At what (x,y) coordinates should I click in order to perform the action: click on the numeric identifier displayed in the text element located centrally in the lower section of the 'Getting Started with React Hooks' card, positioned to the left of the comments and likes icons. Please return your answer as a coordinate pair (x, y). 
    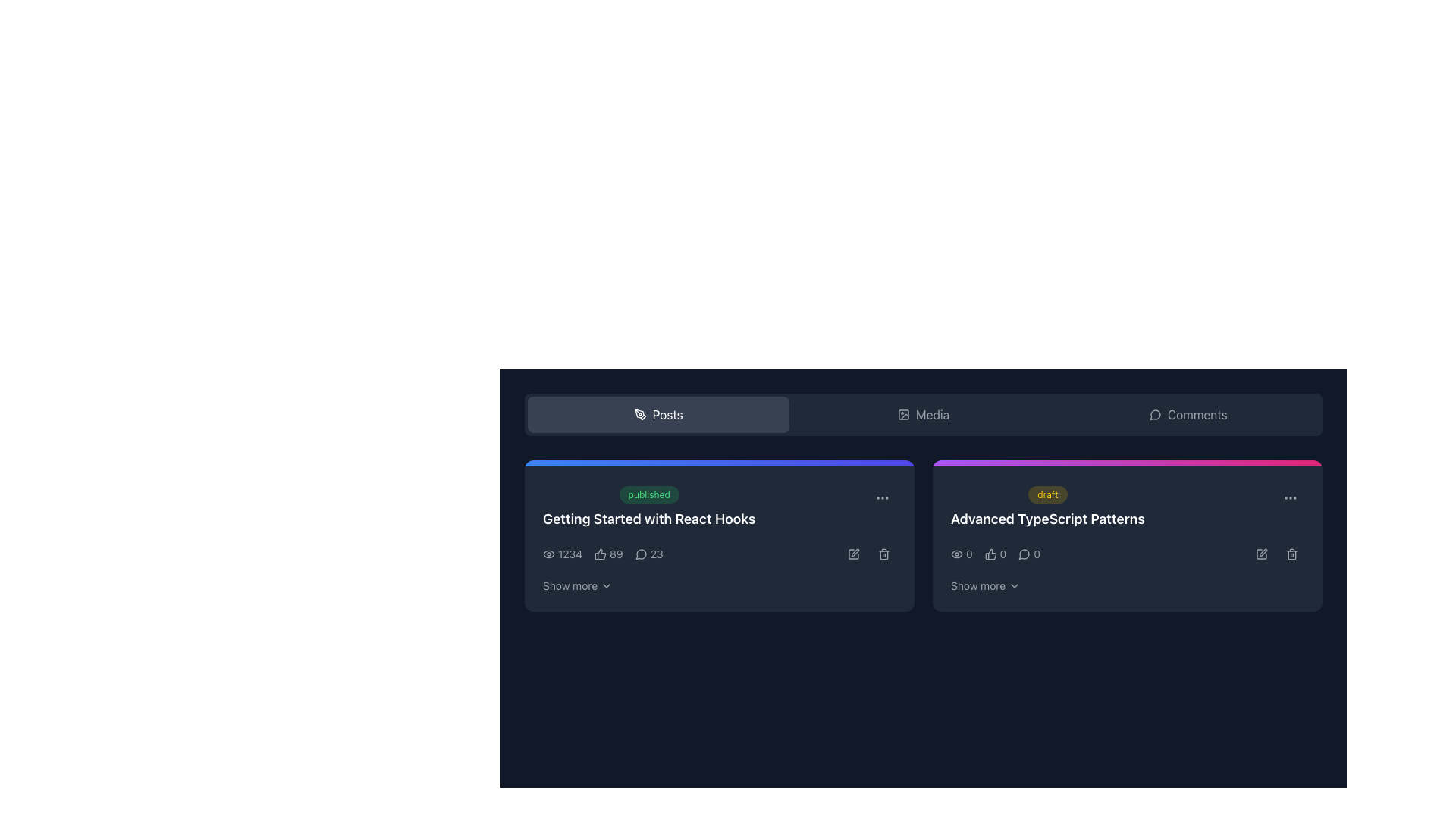
    Looking at the image, I should click on (719, 554).